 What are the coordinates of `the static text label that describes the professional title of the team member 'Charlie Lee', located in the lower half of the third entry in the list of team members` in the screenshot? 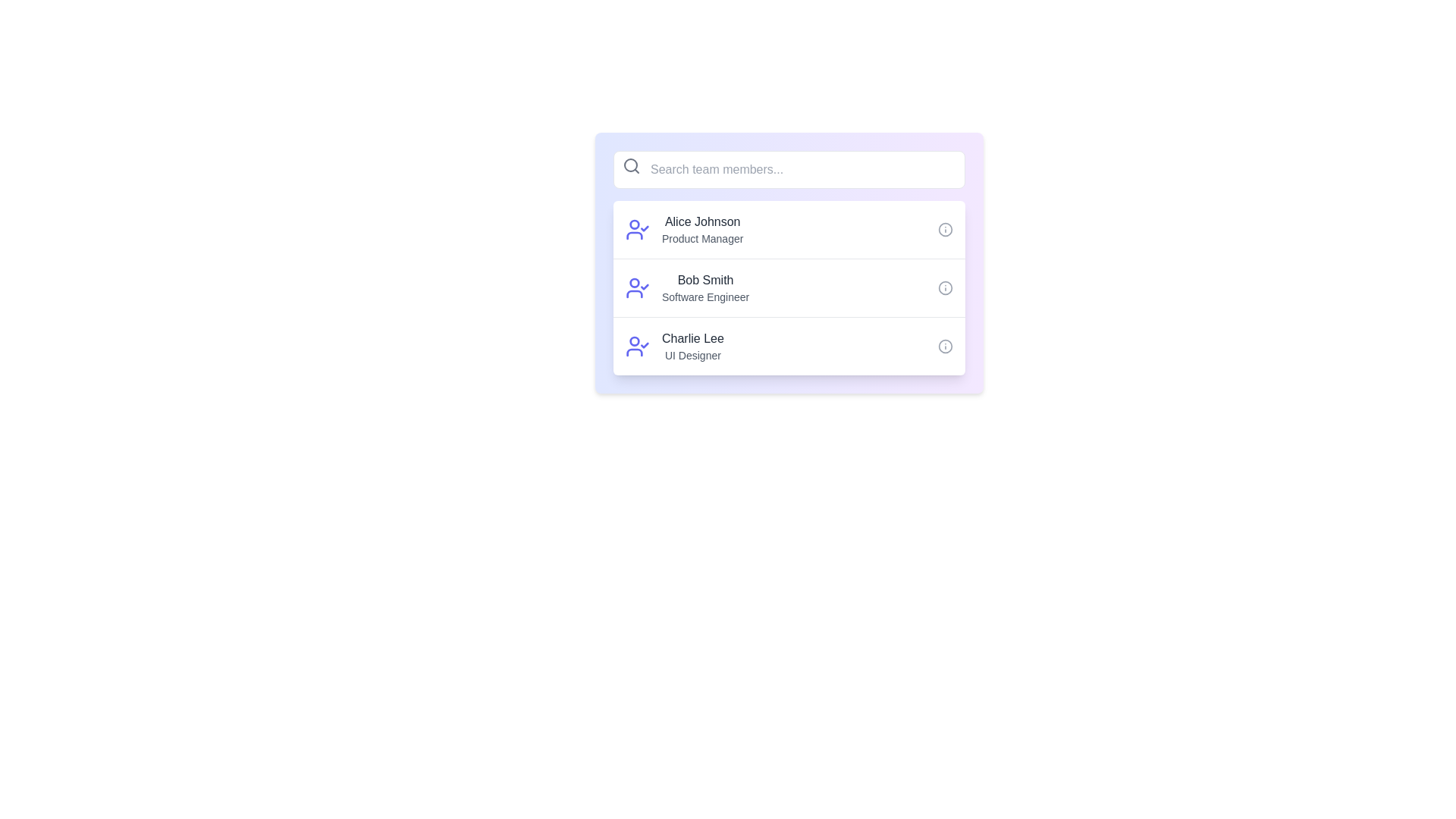 It's located at (692, 356).